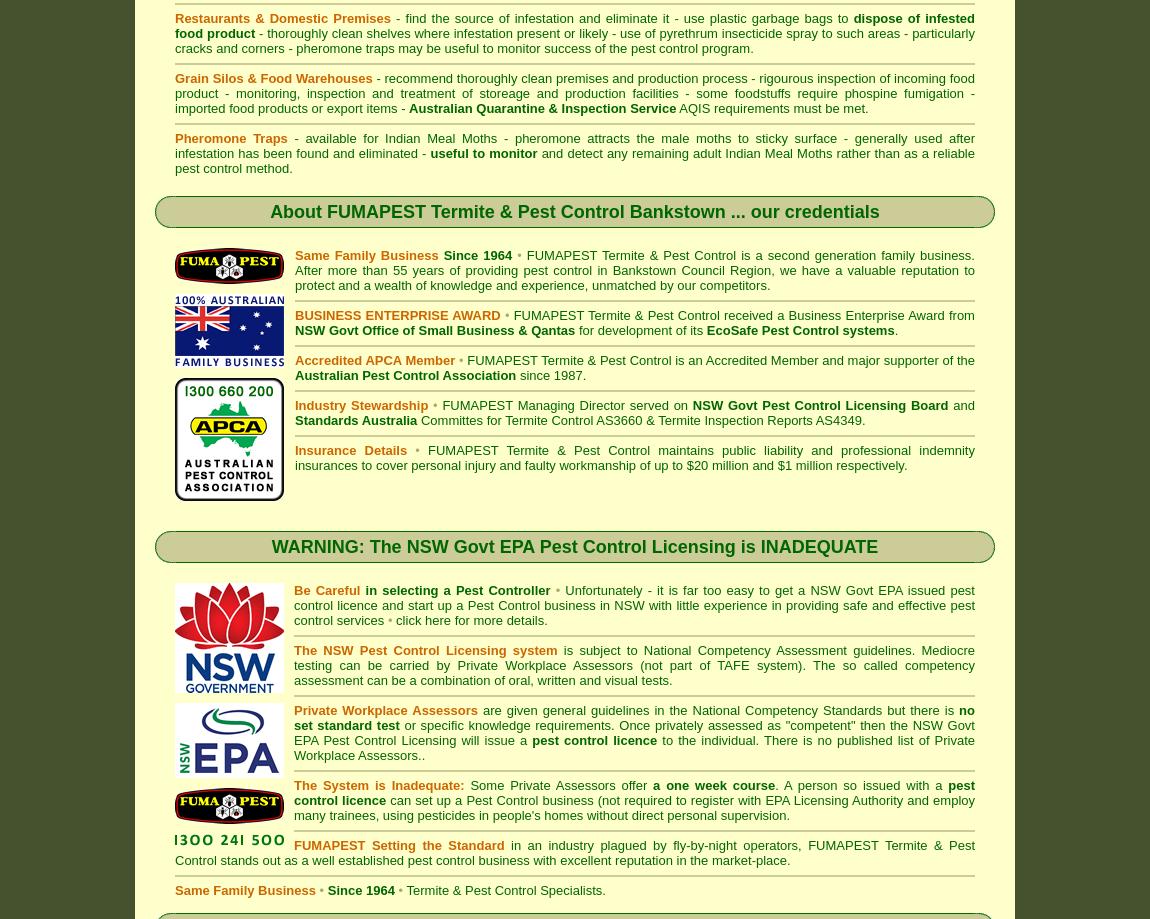 Image resolution: width=1150 pixels, height=919 pixels. Describe the element at coordinates (598, 649) in the screenshot. I see `'is subject to'` at that location.